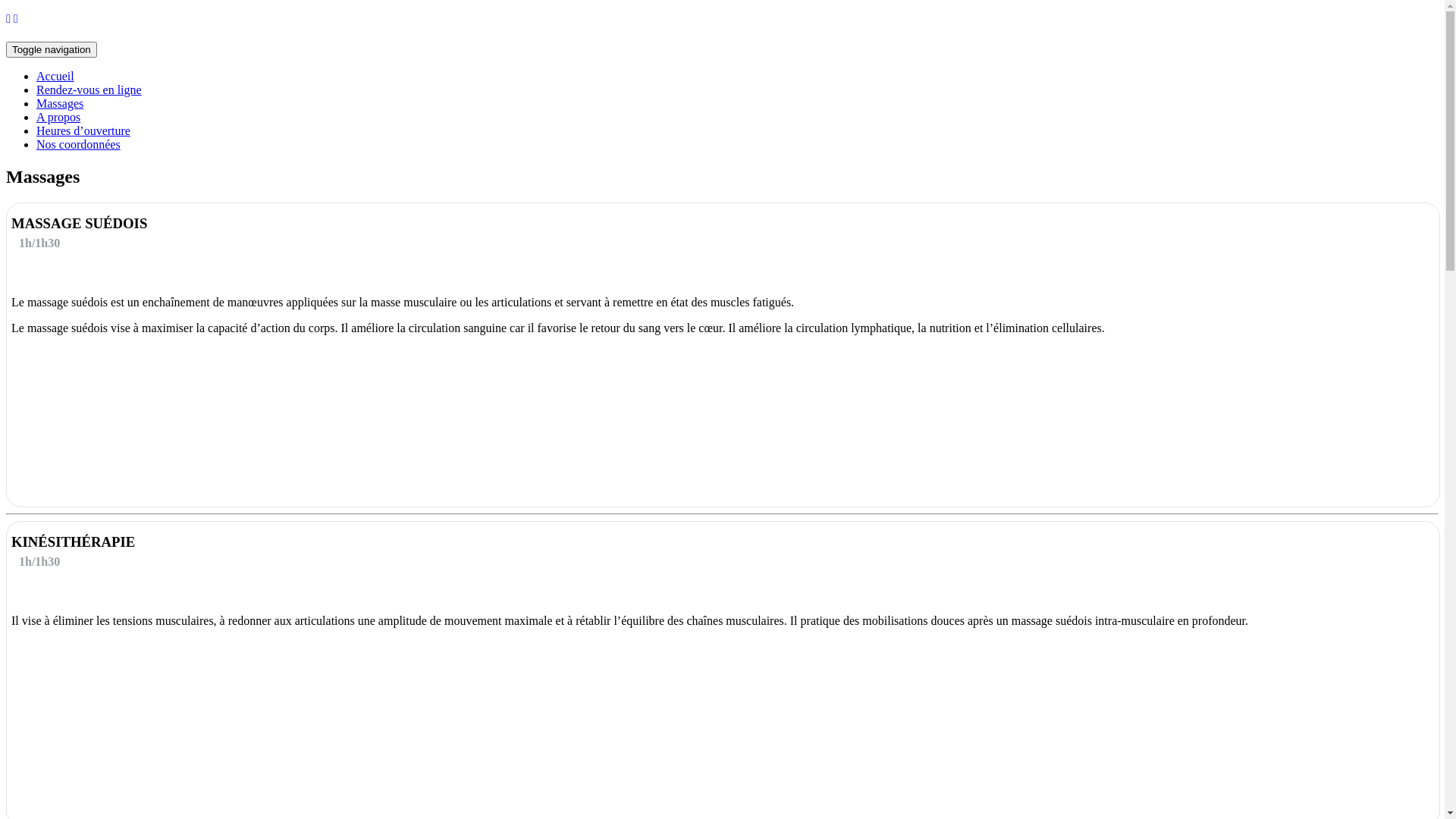 Image resolution: width=1456 pixels, height=819 pixels. Describe the element at coordinates (55, 76) in the screenshot. I see `'Accueil'` at that location.